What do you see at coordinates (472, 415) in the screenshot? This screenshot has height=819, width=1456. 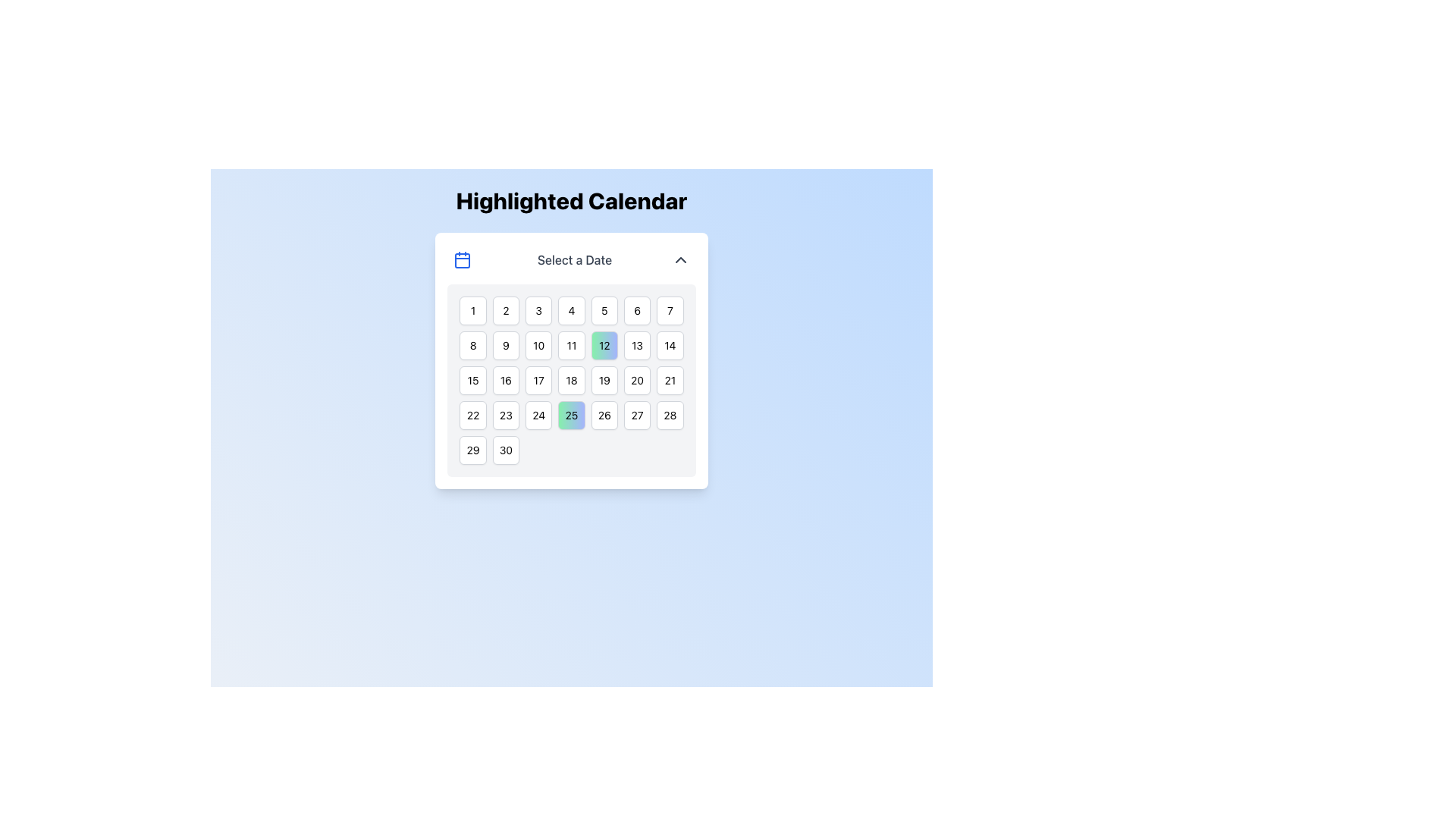 I see `the button representing the date 22nd in the calendar component located in the seventh row and first column of the grid` at bounding box center [472, 415].